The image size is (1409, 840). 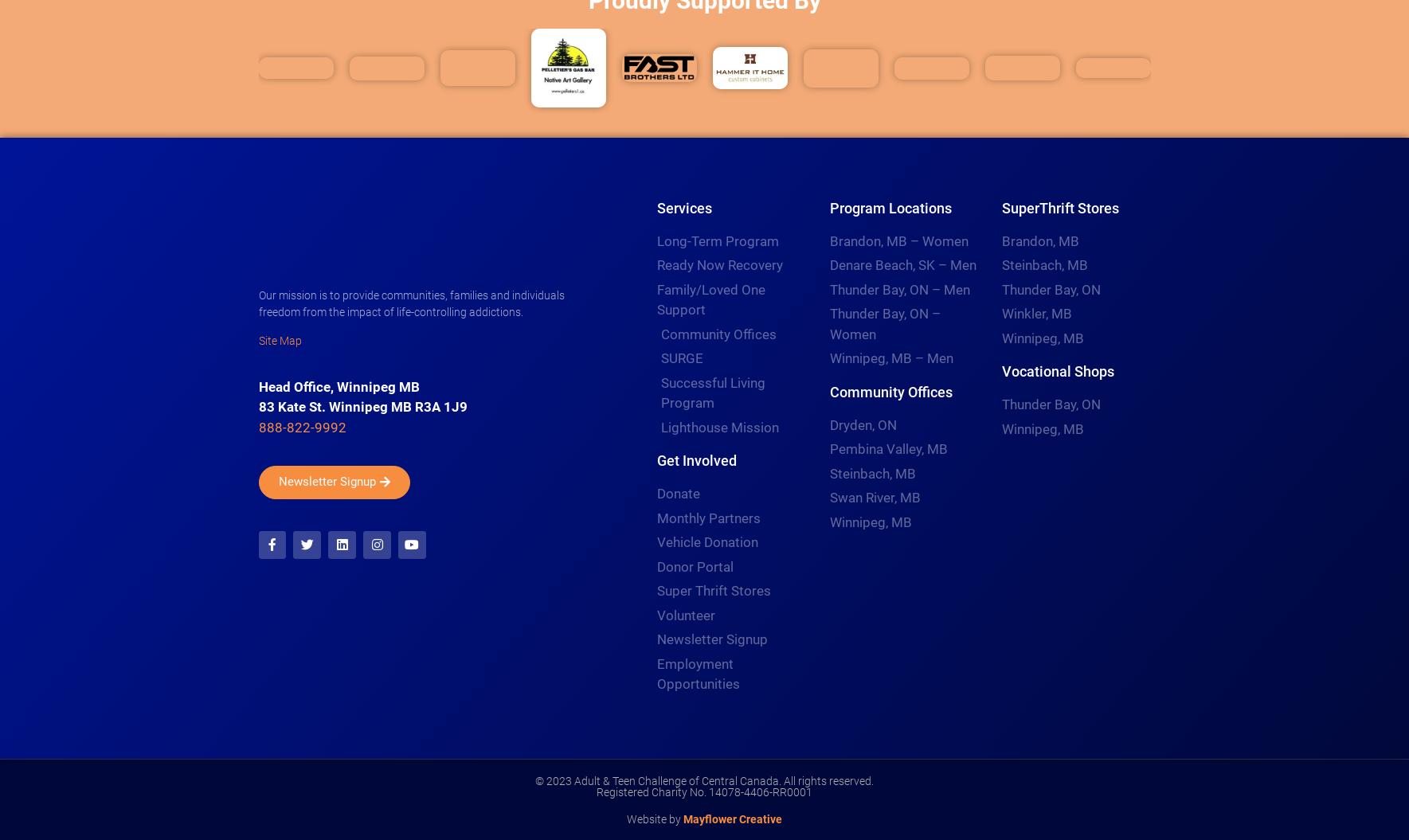 What do you see at coordinates (654, 817) in the screenshot?
I see `'Website by'` at bounding box center [654, 817].